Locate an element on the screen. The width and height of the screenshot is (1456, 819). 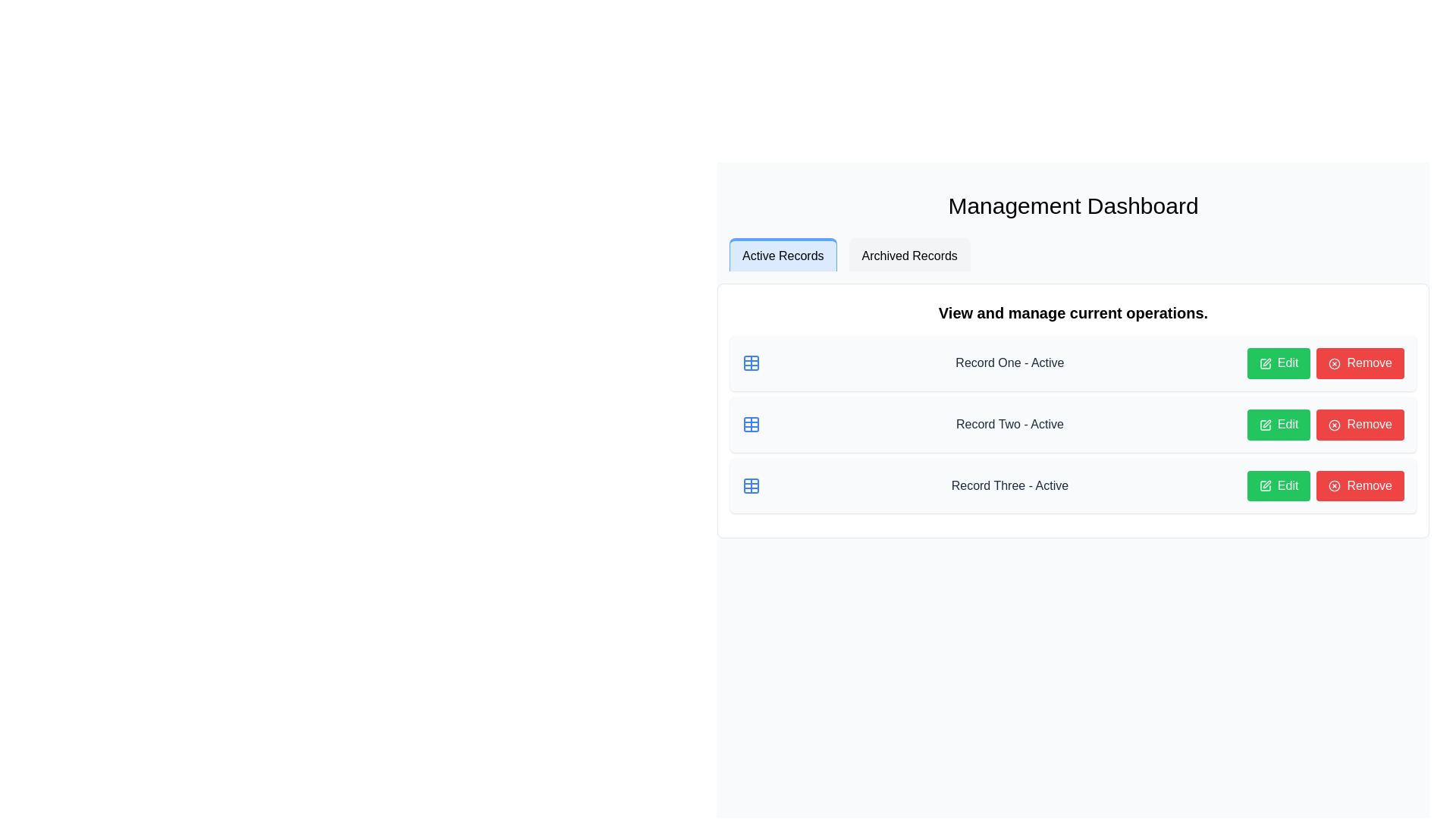
the 'Remove' button located to the right of the 'Edit' button in the list item for 'Record One - Active' is located at coordinates (1360, 363).